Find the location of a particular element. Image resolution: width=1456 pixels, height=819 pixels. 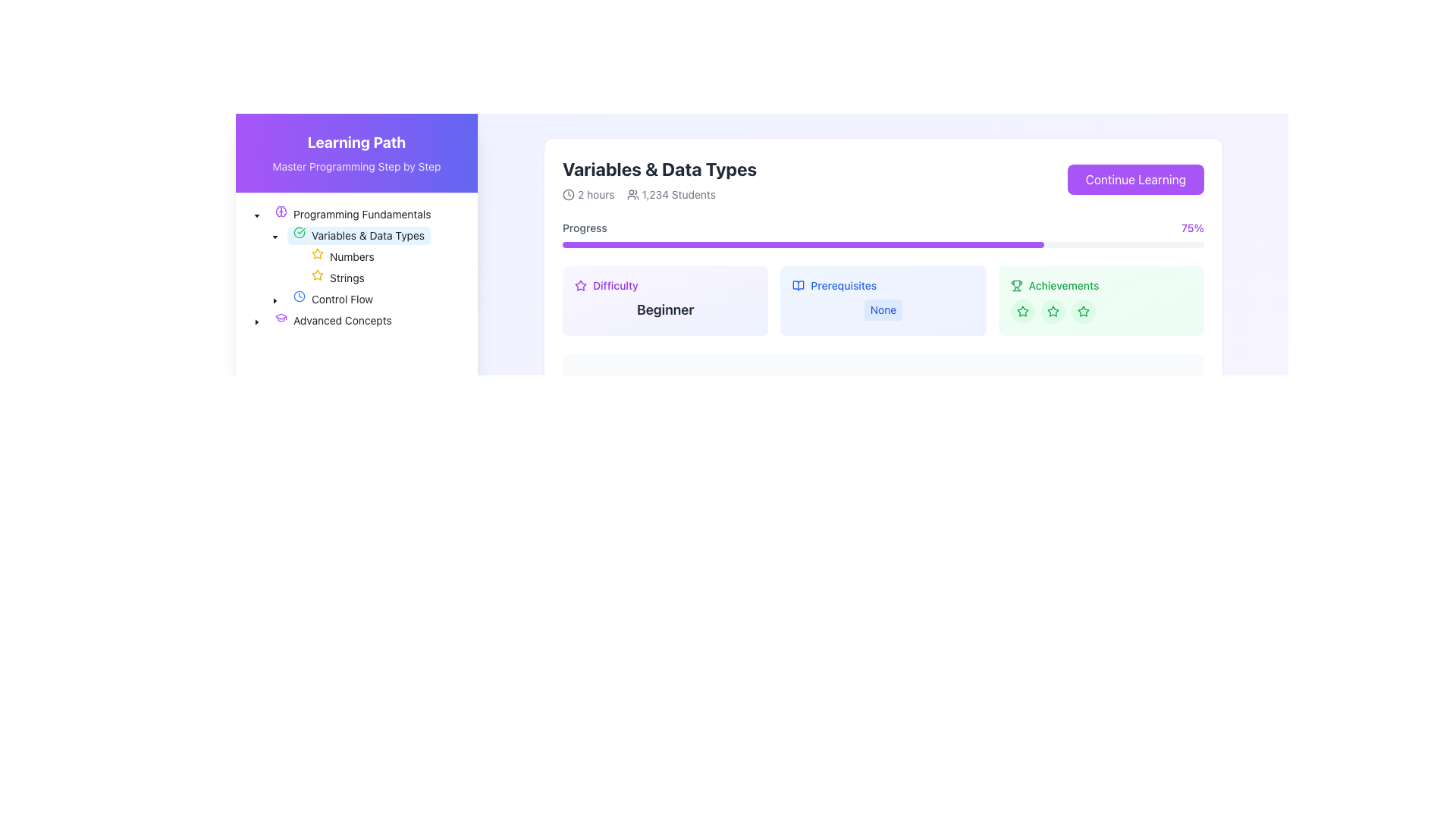

the 'Strings' text label in the tree hierarchy is located at coordinates (346, 278).